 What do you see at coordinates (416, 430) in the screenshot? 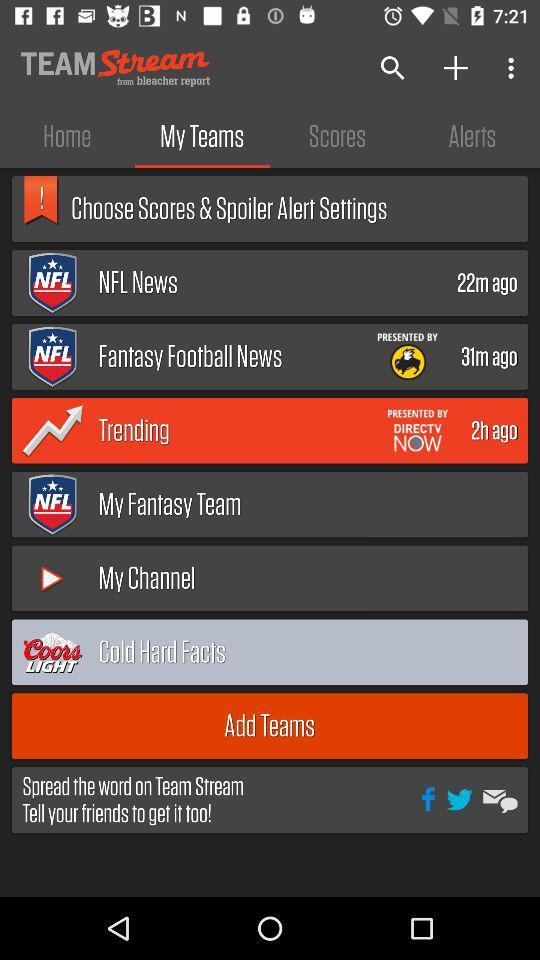
I see `advertisement` at bounding box center [416, 430].